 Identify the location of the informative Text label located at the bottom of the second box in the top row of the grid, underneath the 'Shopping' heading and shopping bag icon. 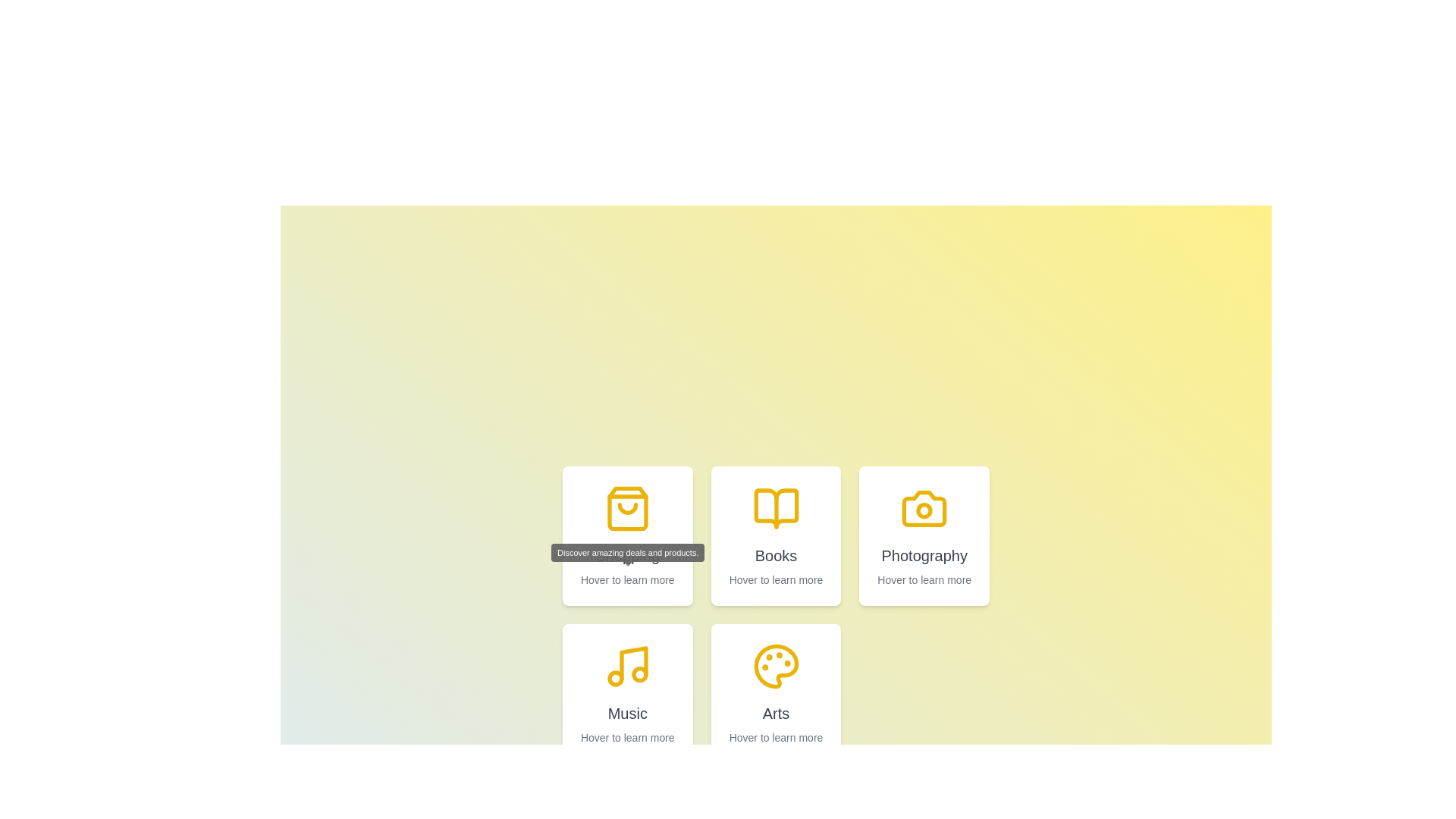
(627, 579).